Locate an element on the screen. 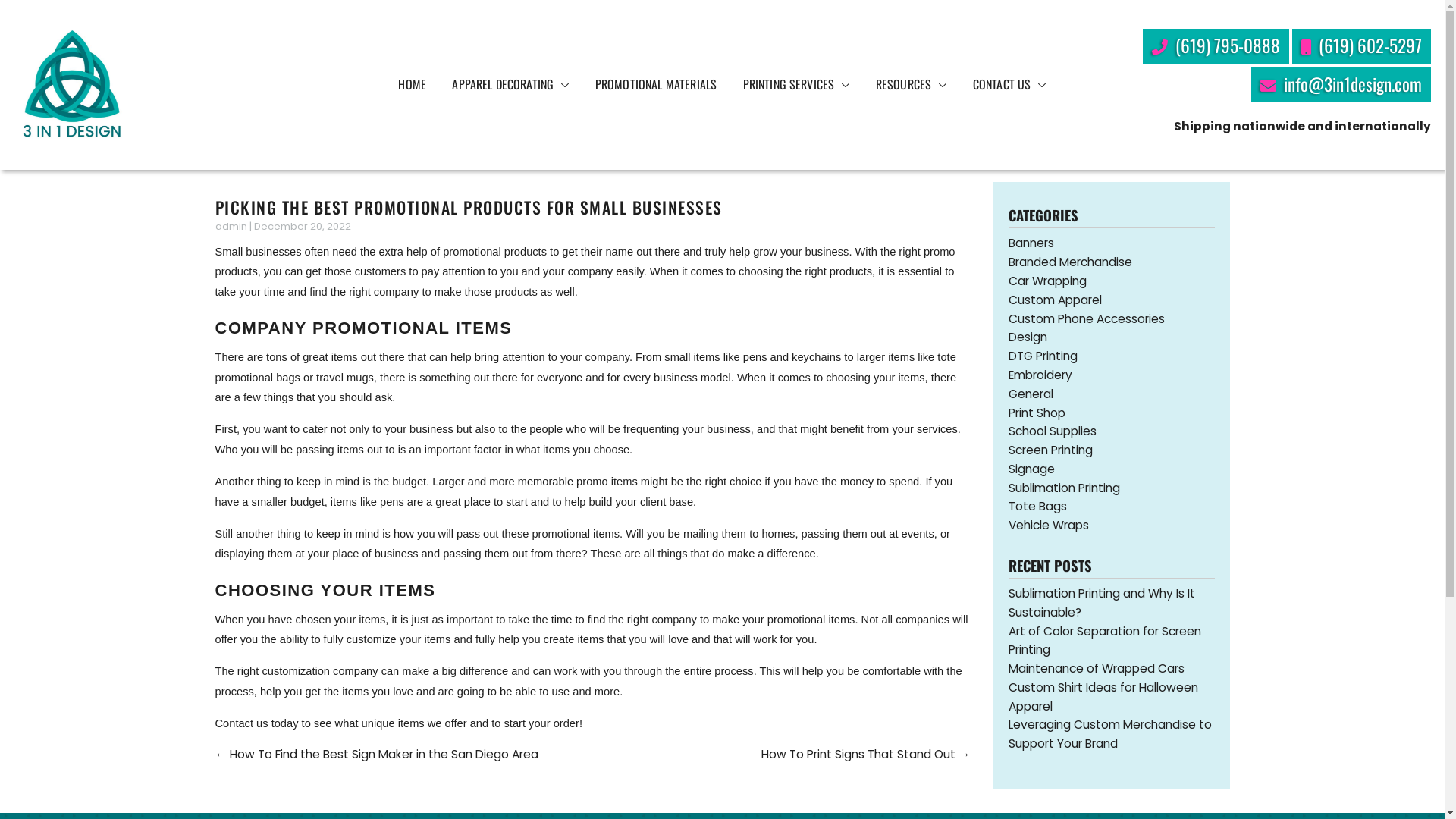 Image resolution: width=1456 pixels, height=819 pixels. 'RESOURCES' is located at coordinates (910, 84).